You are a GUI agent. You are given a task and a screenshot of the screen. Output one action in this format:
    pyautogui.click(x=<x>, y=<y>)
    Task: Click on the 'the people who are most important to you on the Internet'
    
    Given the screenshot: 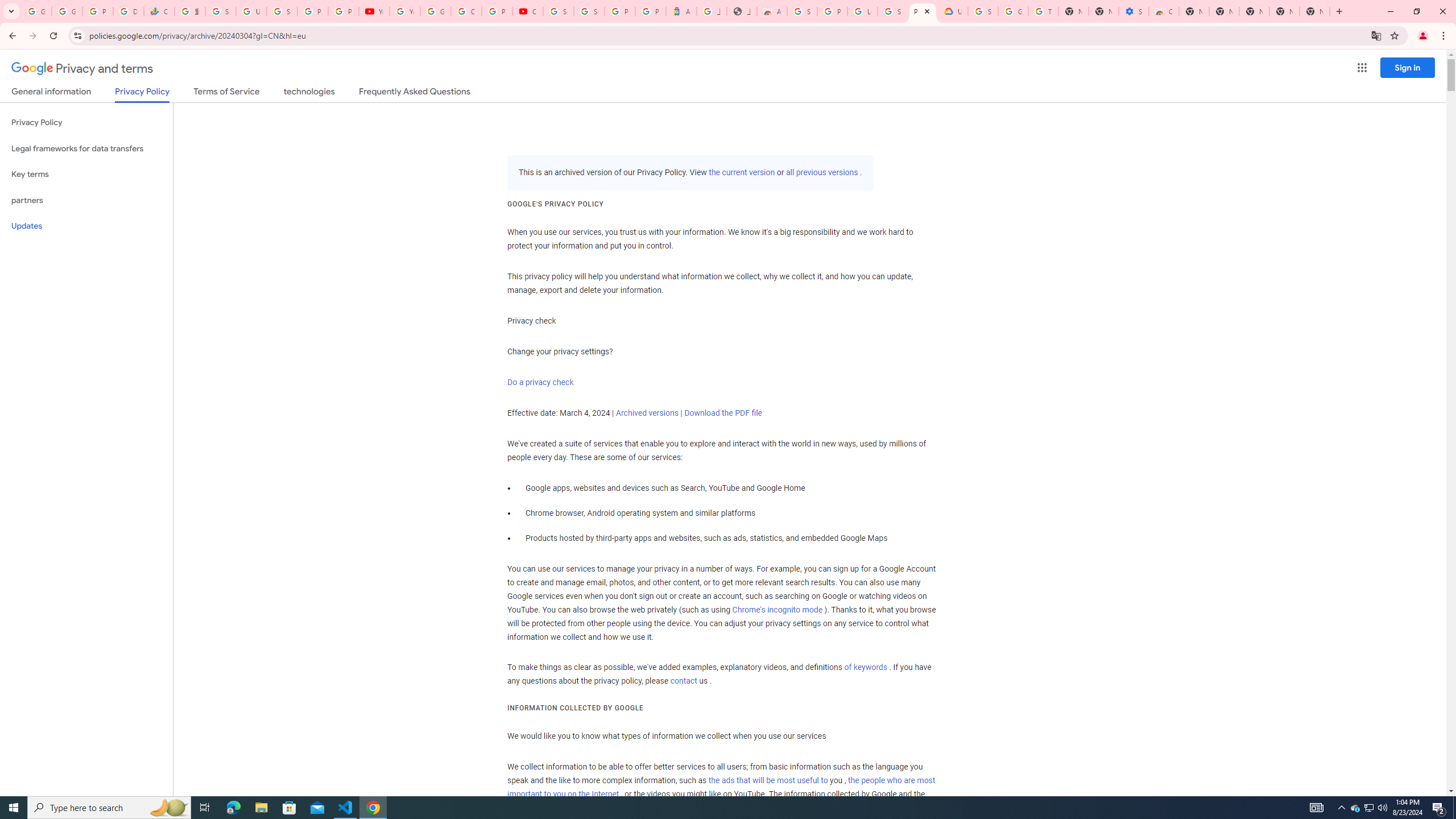 What is the action you would take?
    pyautogui.click(x=721, y=787)
    